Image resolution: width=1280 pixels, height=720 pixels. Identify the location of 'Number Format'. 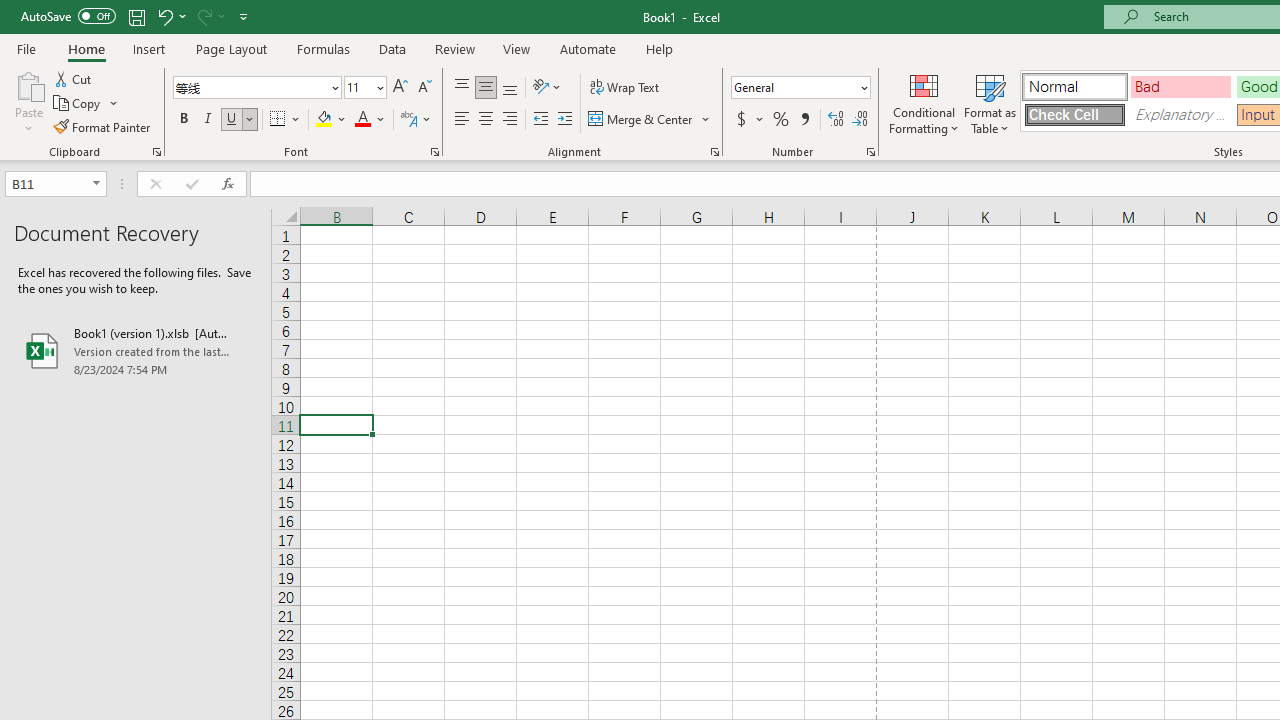
(793, 86).